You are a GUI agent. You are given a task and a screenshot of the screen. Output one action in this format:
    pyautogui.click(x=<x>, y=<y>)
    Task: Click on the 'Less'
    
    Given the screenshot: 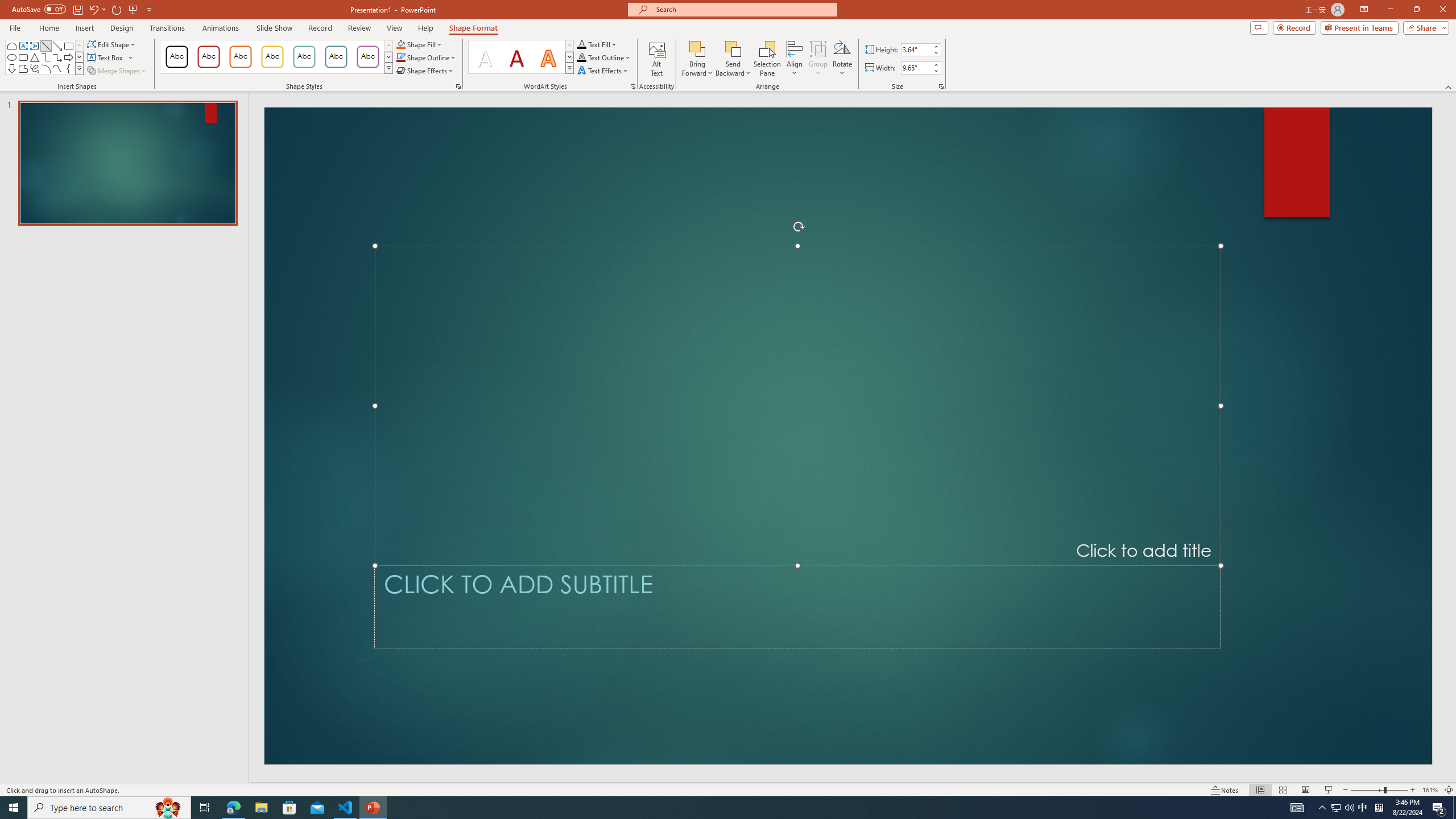 What is the action you would take?
    pyautogui.click(x=934, y=70)
    